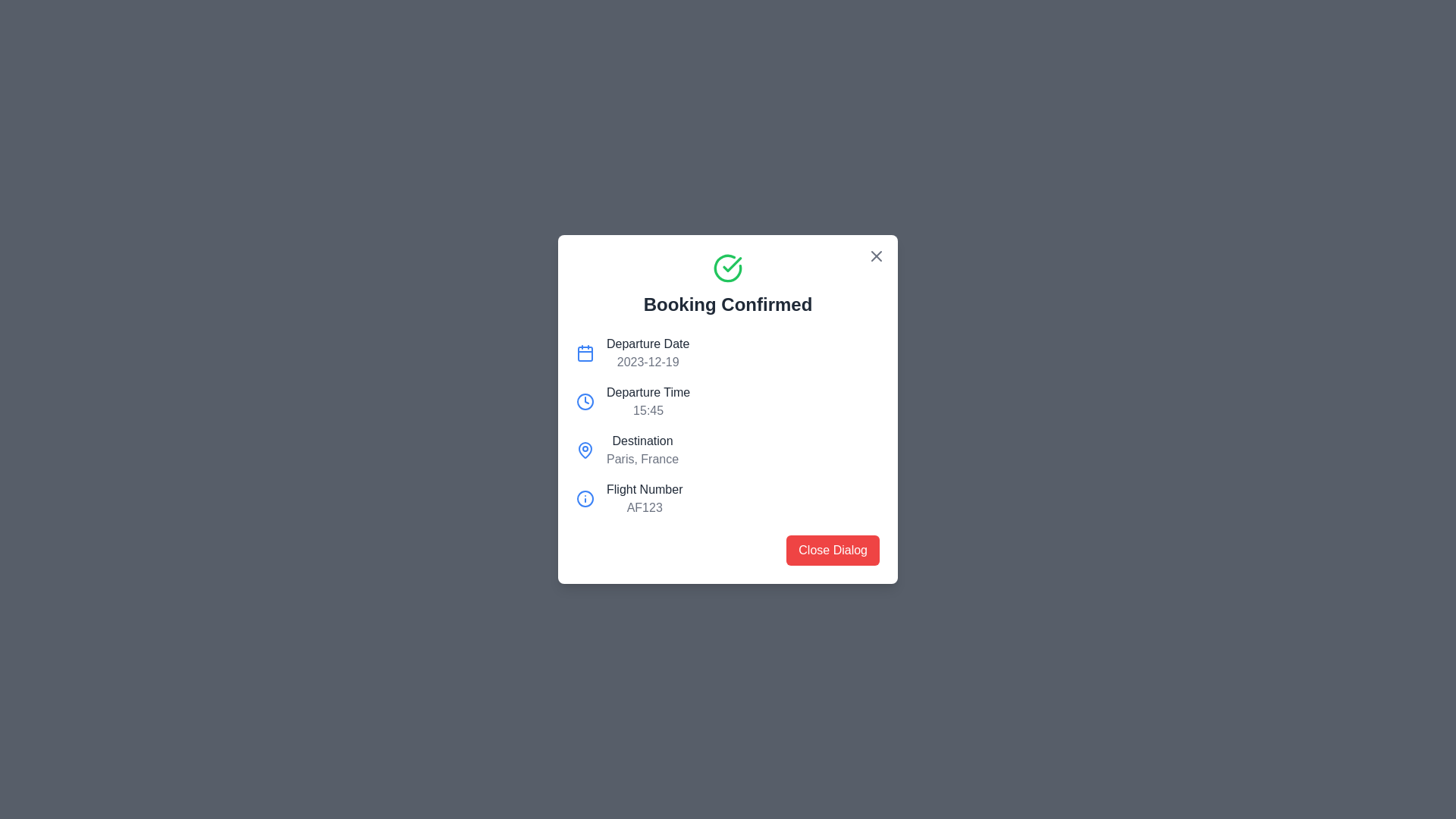 The height and width of the screenshot is (819, 1456). What do you see at coordinates (648, 353) in the screenshot?
I see `the static text display that conveys the departure date of a booking, located in the top-left section of the booking details modal, above the 'Departure Time' detail` at bounding box center [648, 353].